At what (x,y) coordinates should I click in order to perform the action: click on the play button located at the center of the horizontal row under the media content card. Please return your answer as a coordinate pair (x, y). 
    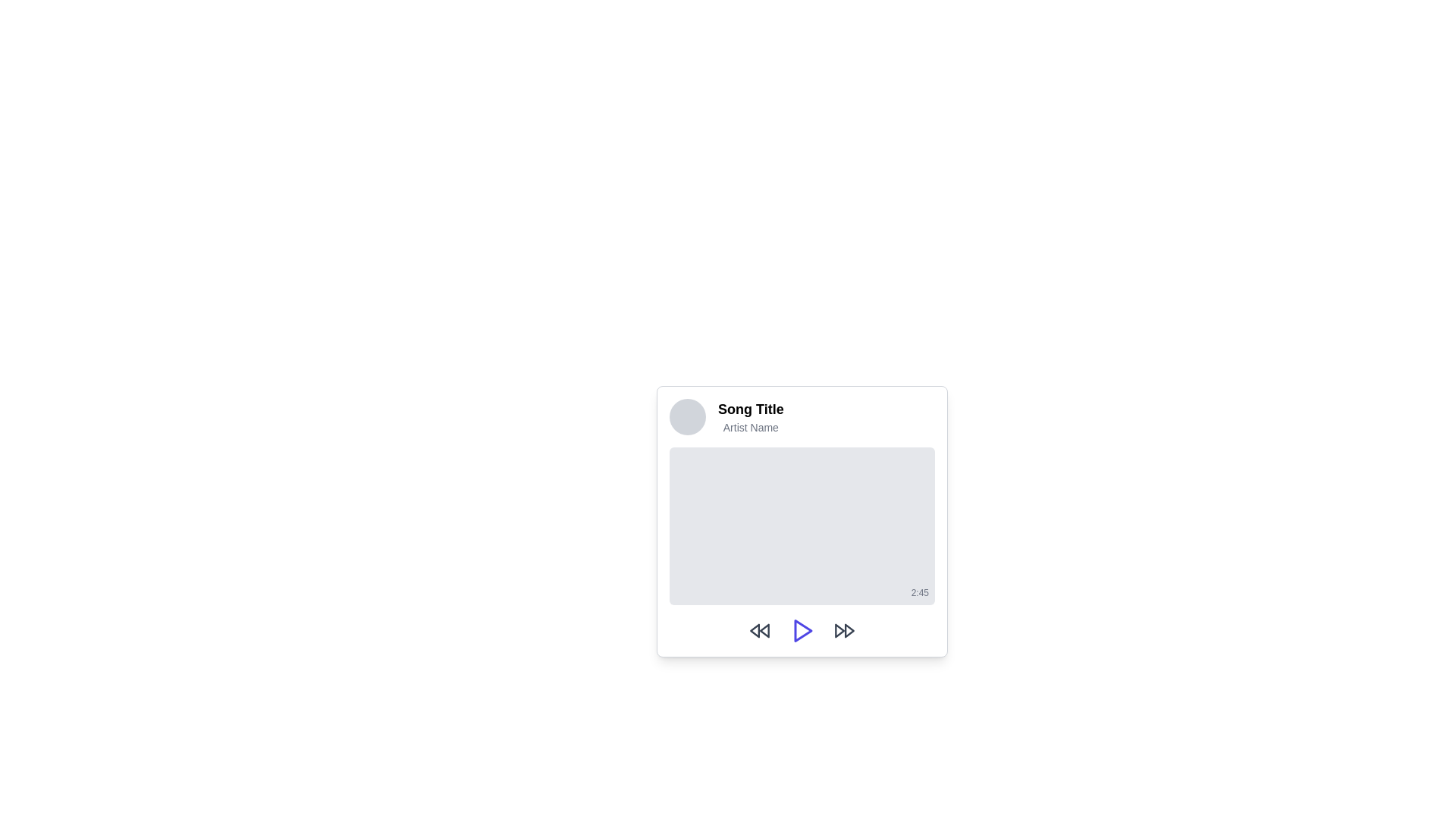
    Looking at the image, I should click on (801, 631).